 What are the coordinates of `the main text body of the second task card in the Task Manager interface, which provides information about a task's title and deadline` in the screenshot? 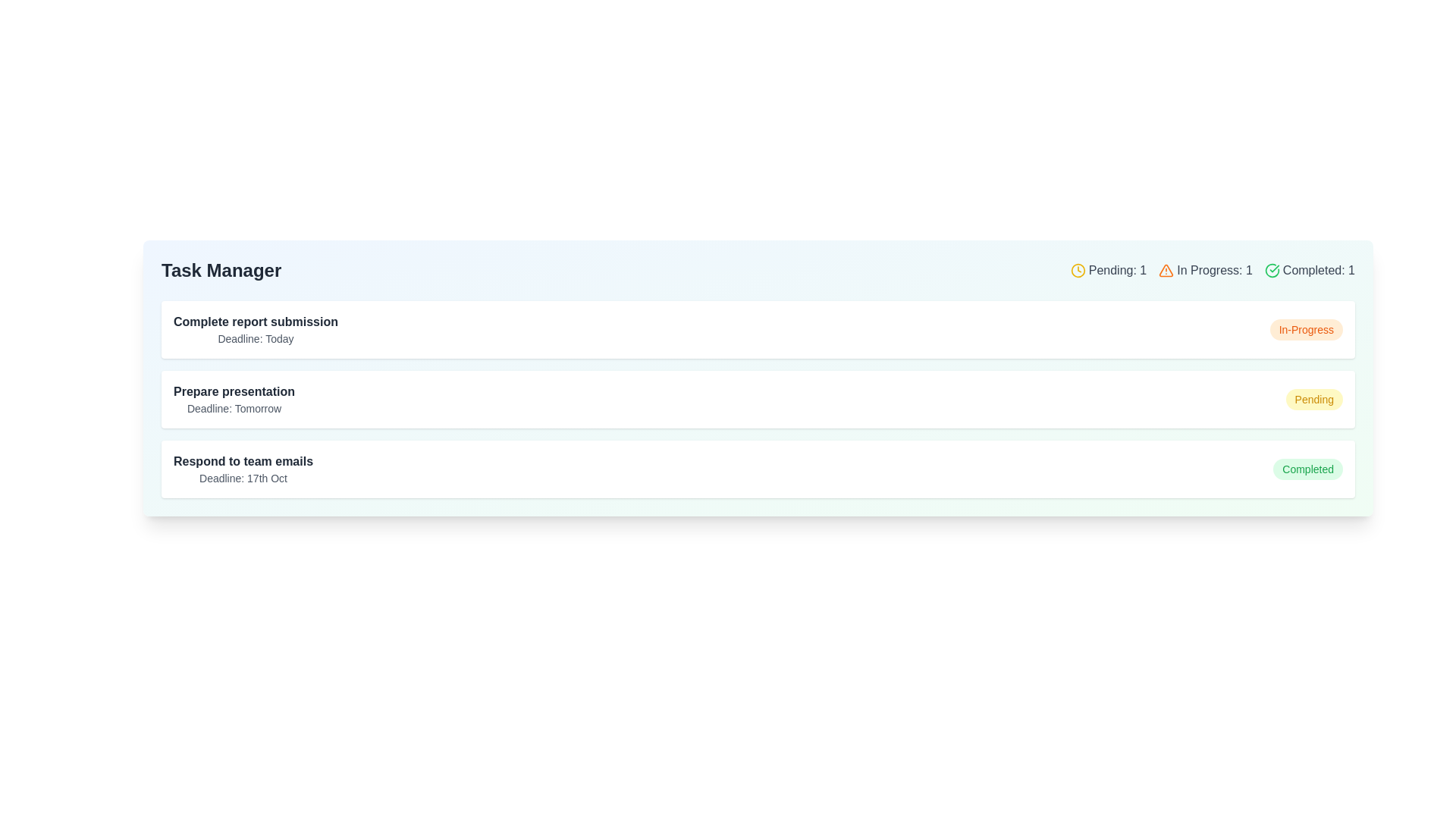 It's located at (234, 399).